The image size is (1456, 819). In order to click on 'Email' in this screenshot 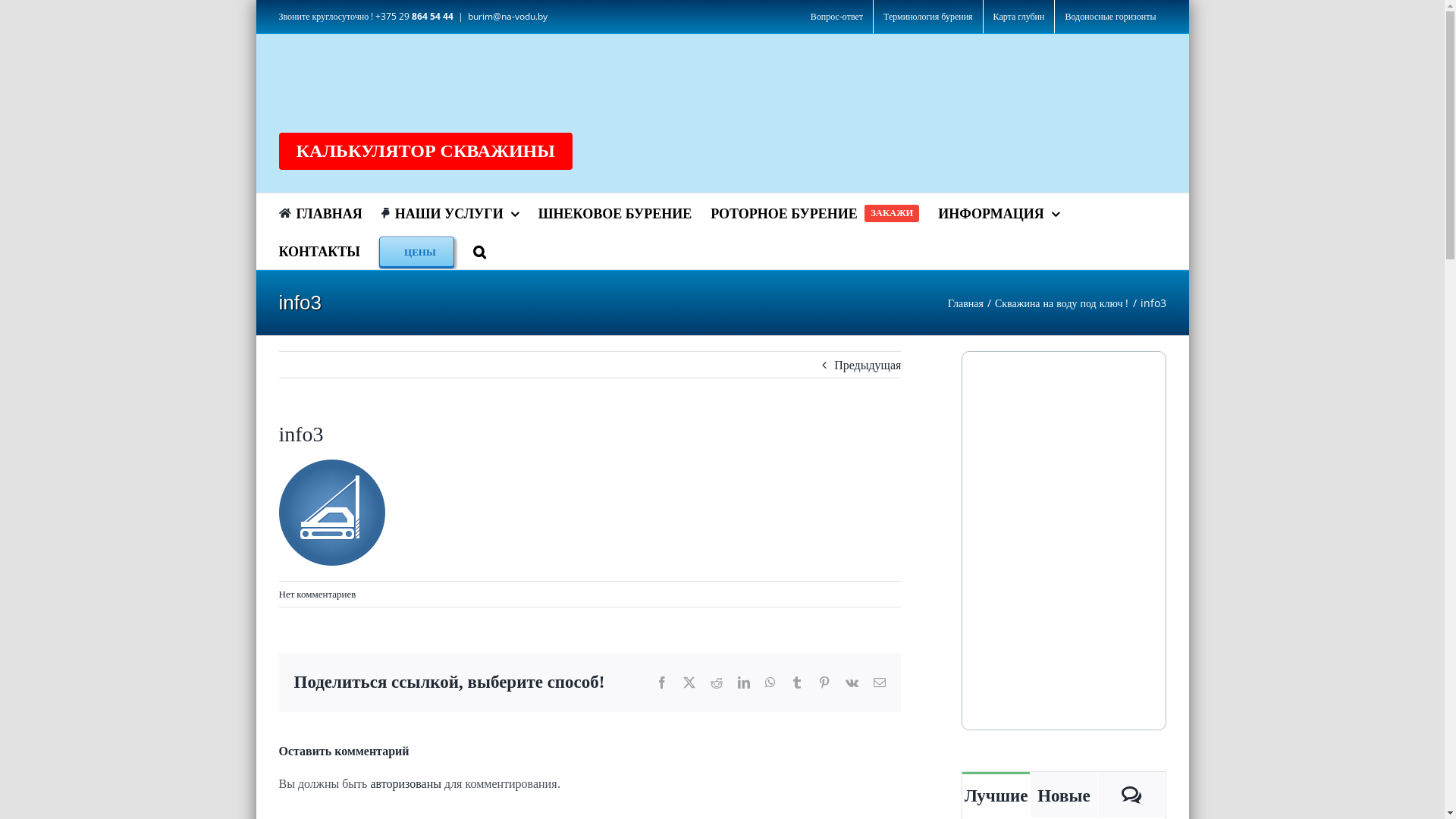, I will do `click(880, 681)`.